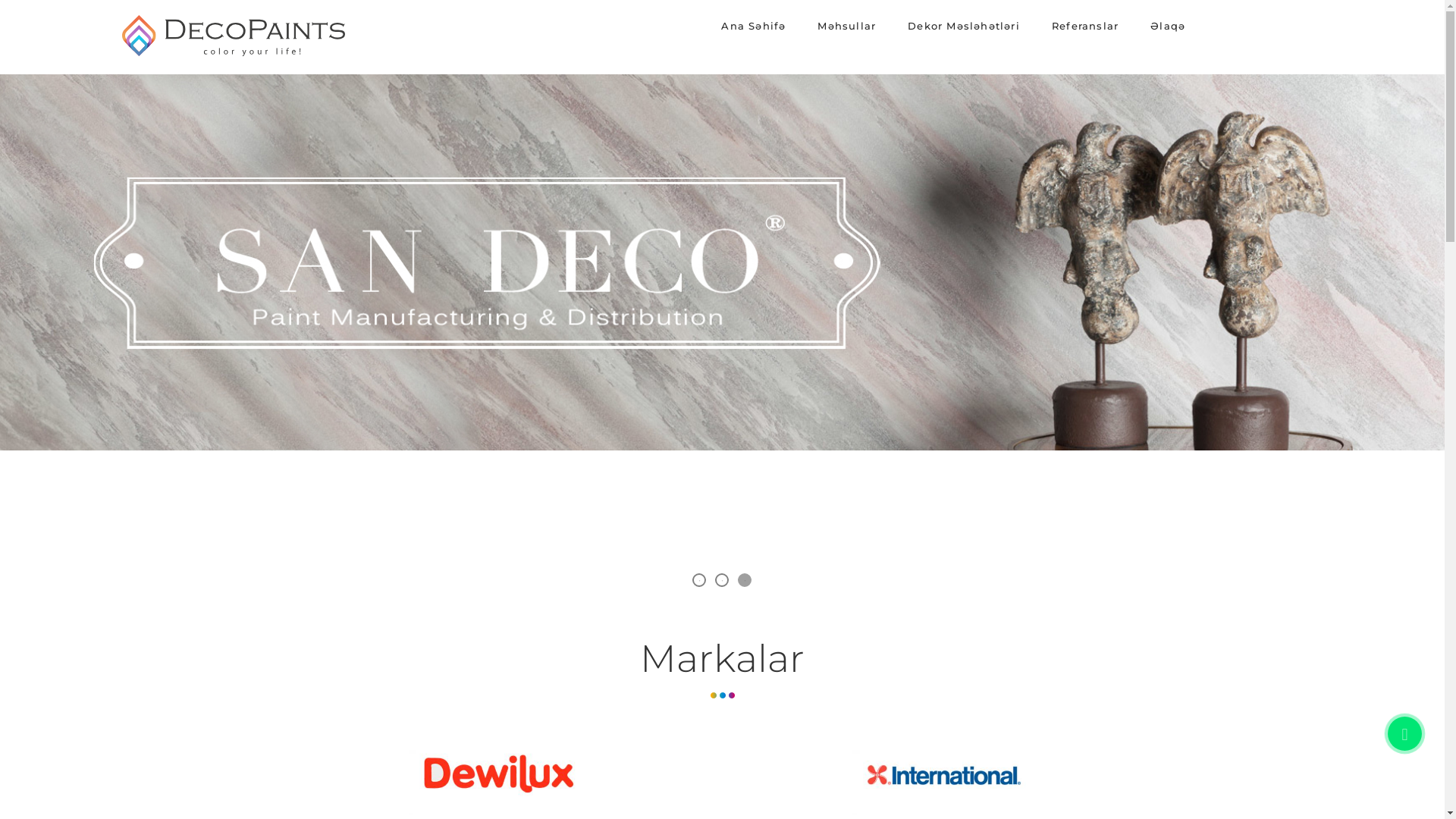 The height and width of the screenshot is (819, 1456). I want to click on '1', so click(698, 579).